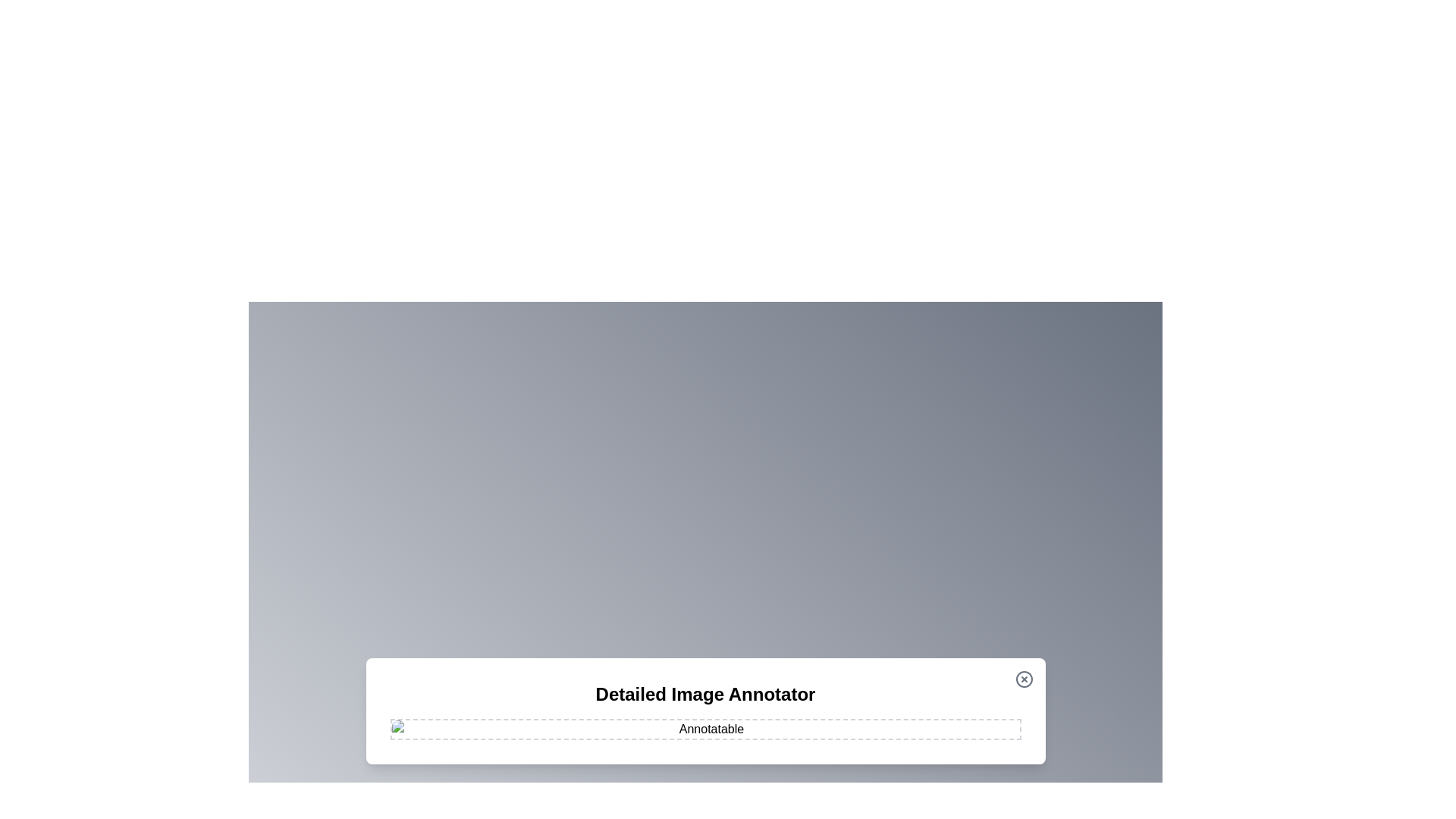 The height and width of the screenshot is (819, 1456). I want to click on the image at coordinates (1158, 958) to add an annotation, so click(877, 725).